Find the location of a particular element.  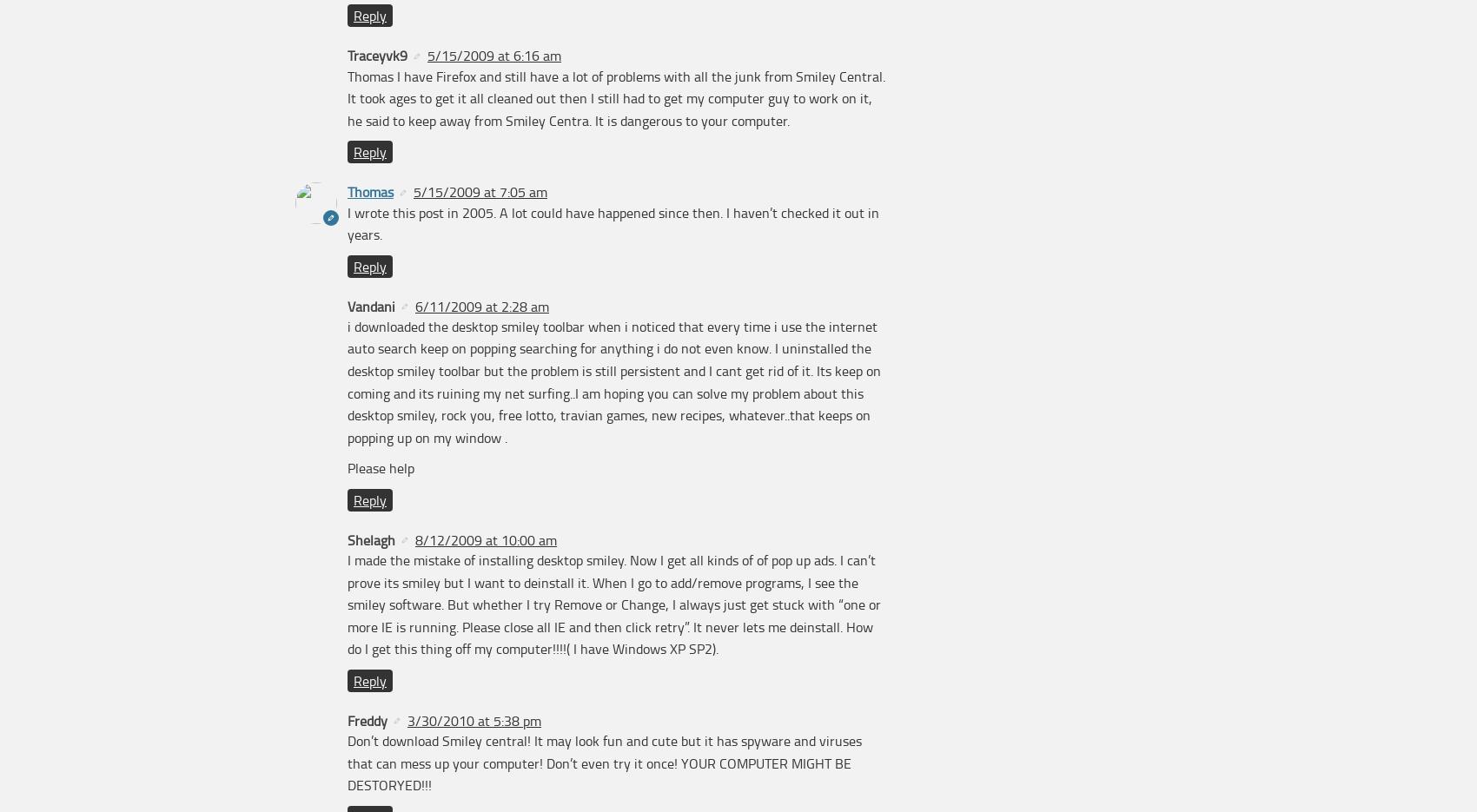

'Freddy' is located at coordinates (347, 720).